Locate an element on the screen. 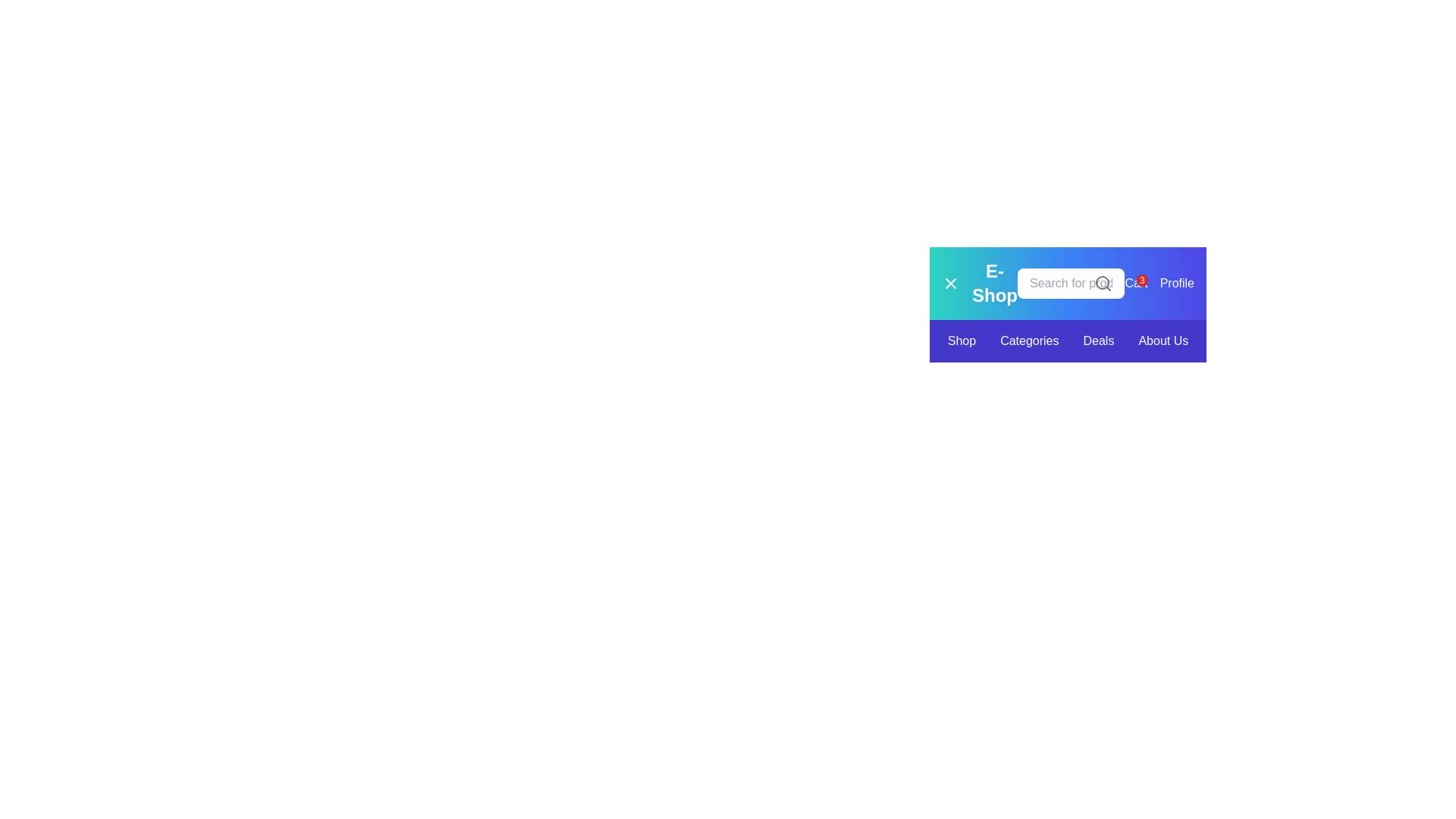 This screenshot has width=1456, height=819. the hyperlink labeled 'Deals' in the navigation menu, which is the third option between 'Categories' and 'About Us' is located at coordinates (1099, 340).